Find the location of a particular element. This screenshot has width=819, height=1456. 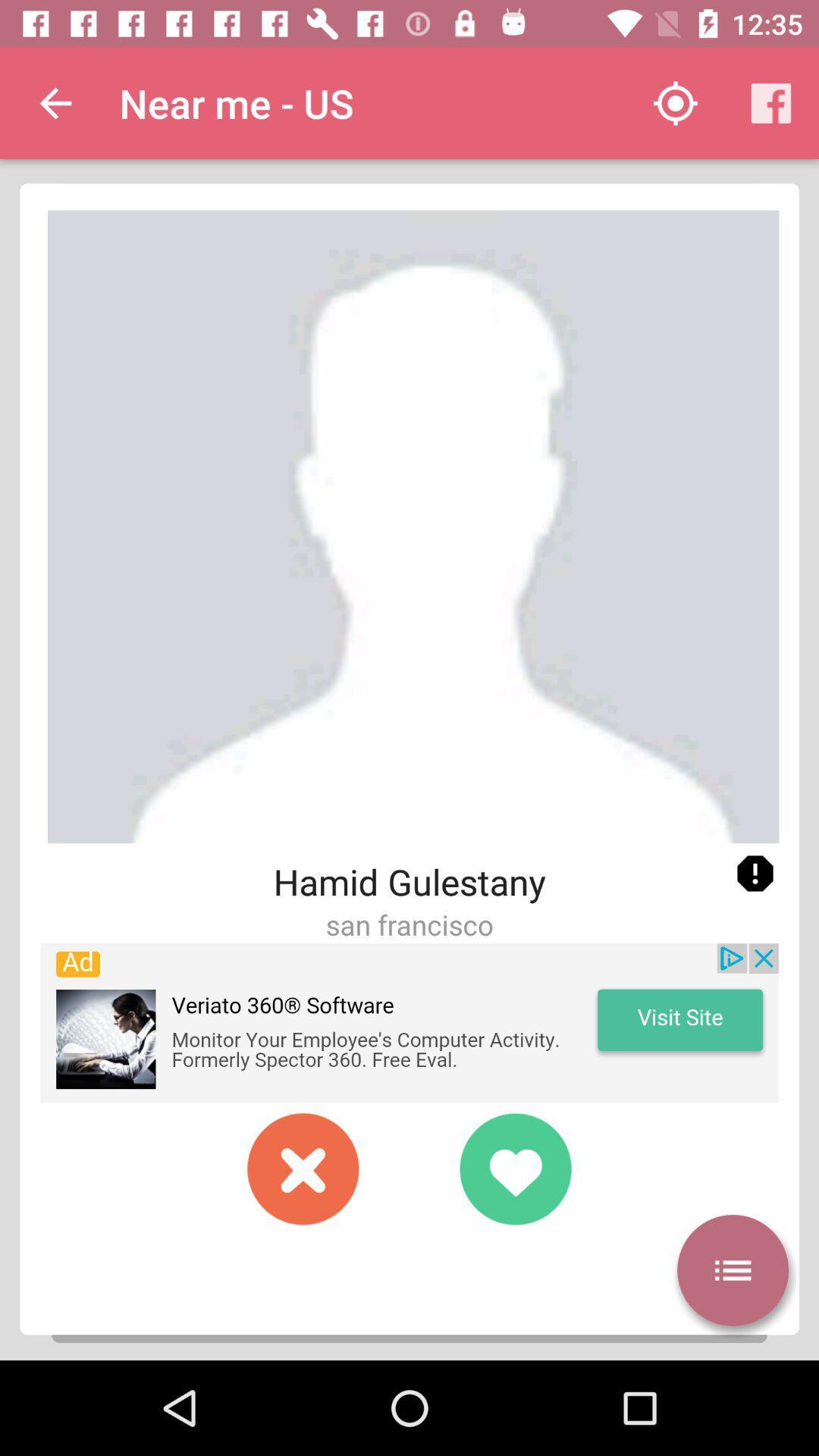

reject this user is located at coordinates (303, 1168).